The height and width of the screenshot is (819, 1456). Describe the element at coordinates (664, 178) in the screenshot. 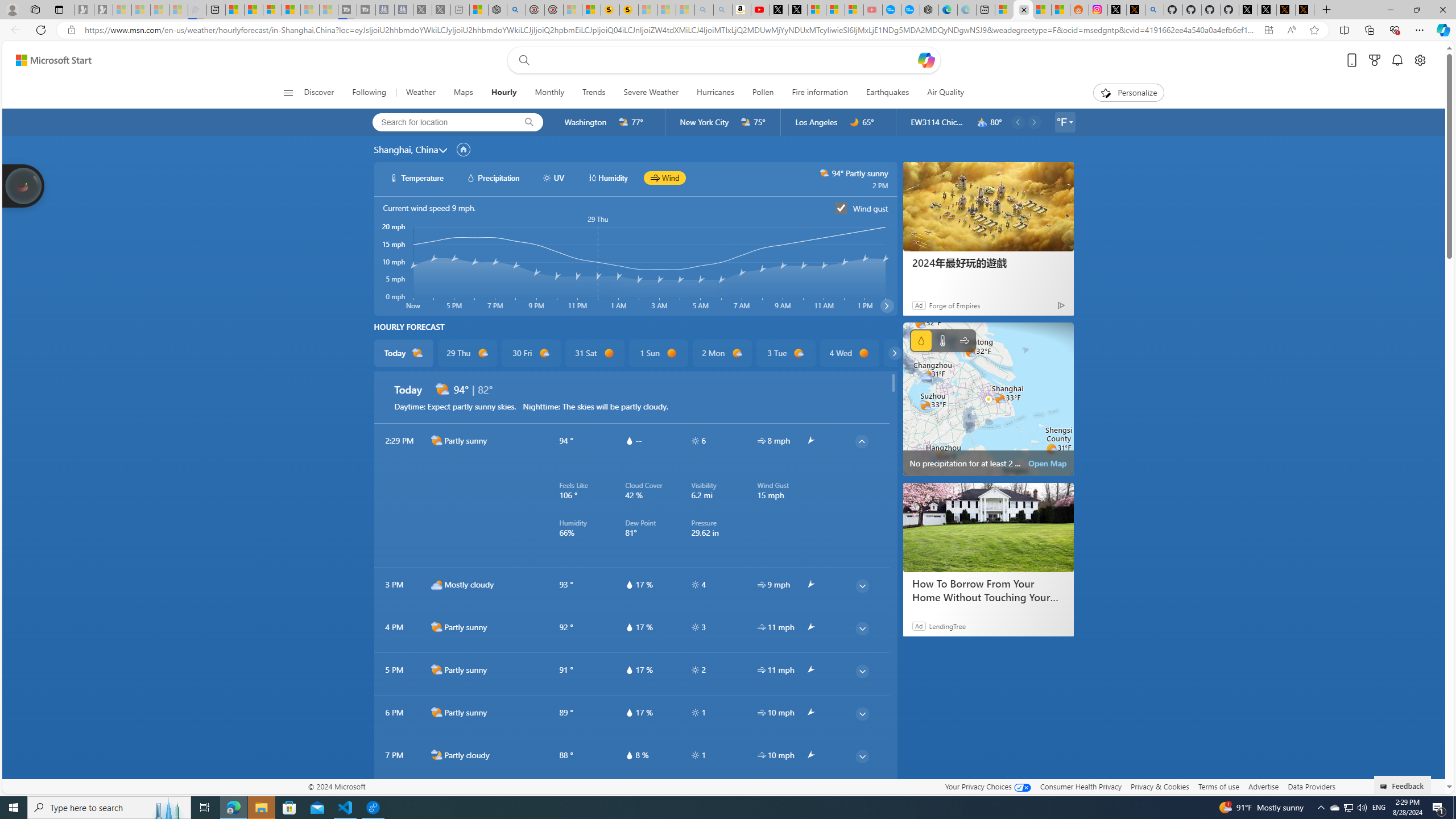

I see `'hourlyChart/windBlack Wind'` at that location.